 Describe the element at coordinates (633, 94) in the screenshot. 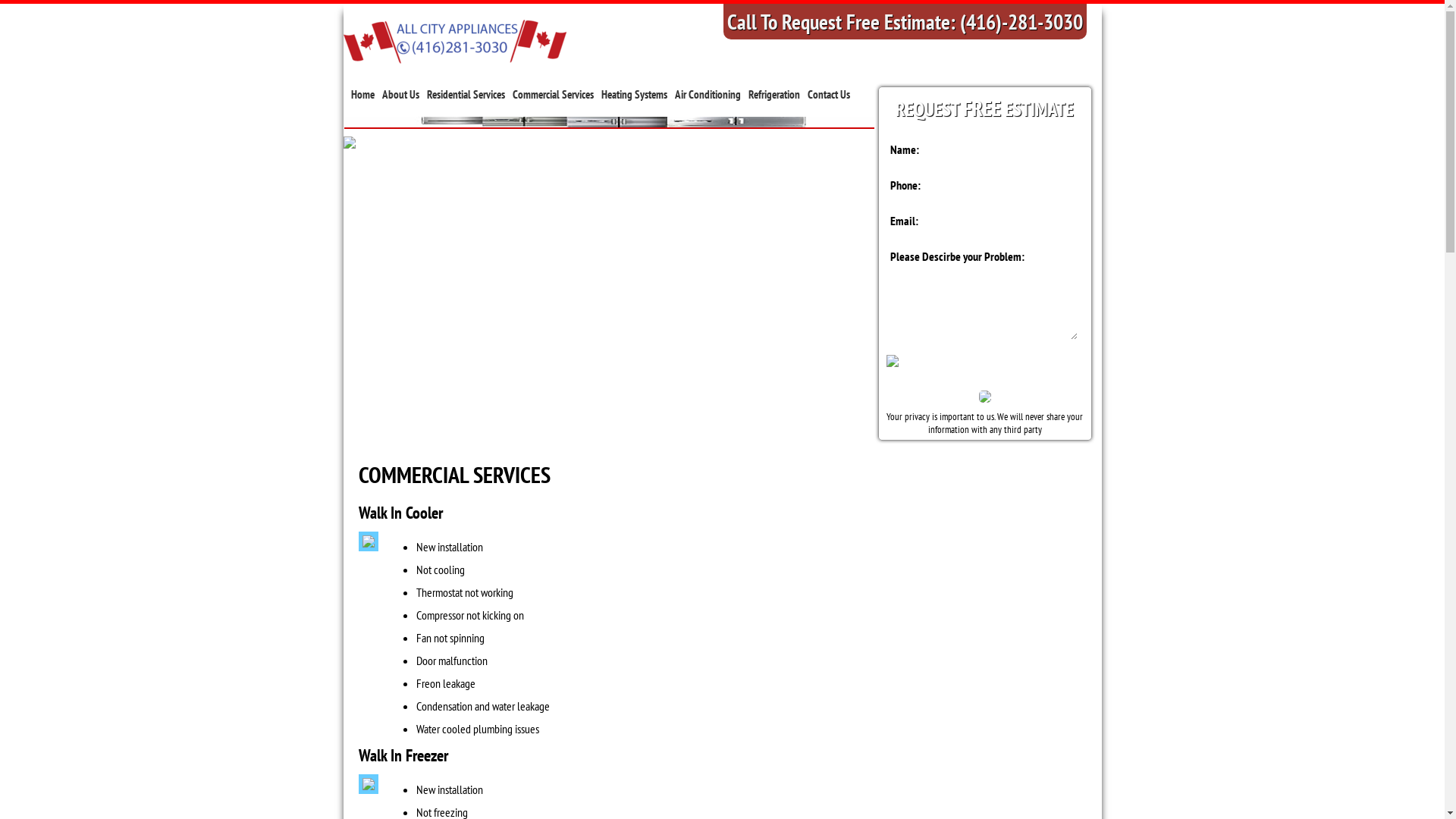

I see `'Heating Systems'` at that location.